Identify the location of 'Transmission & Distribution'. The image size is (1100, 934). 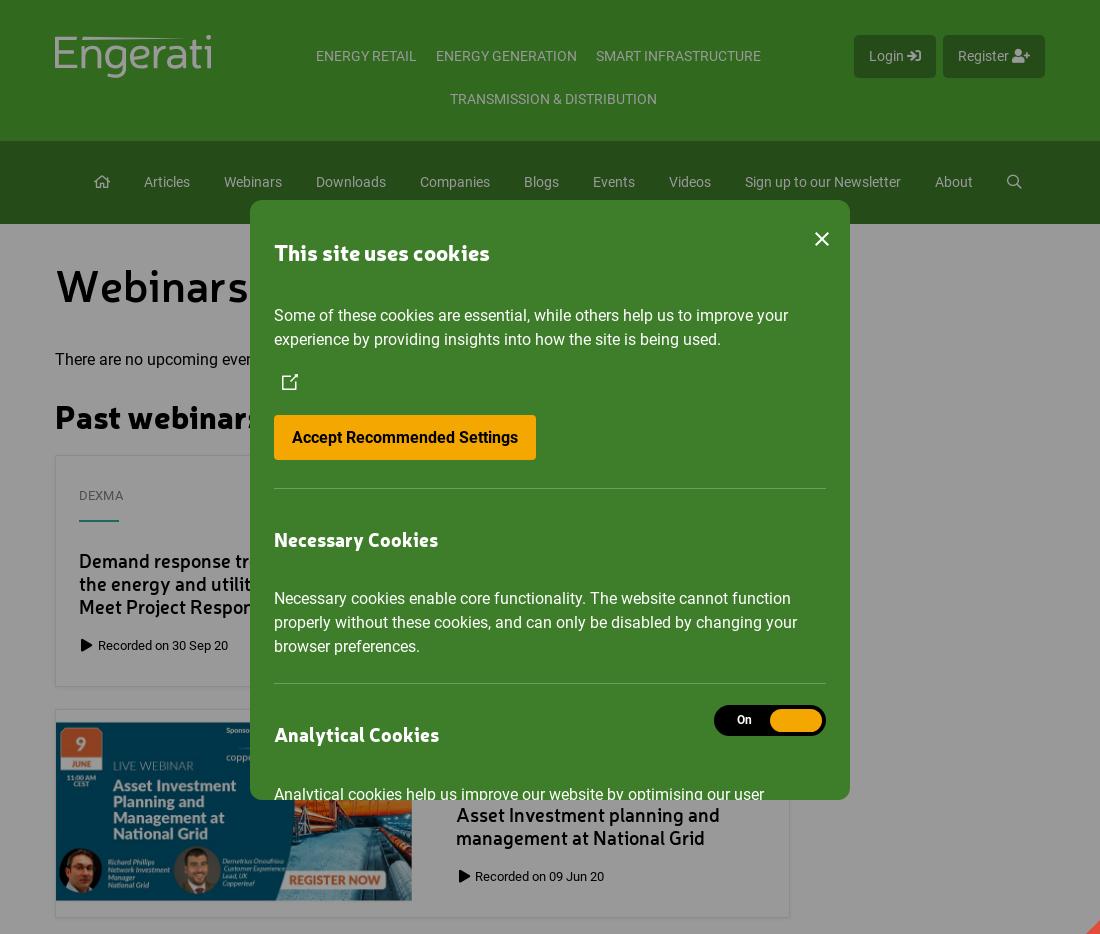
(552, 98).